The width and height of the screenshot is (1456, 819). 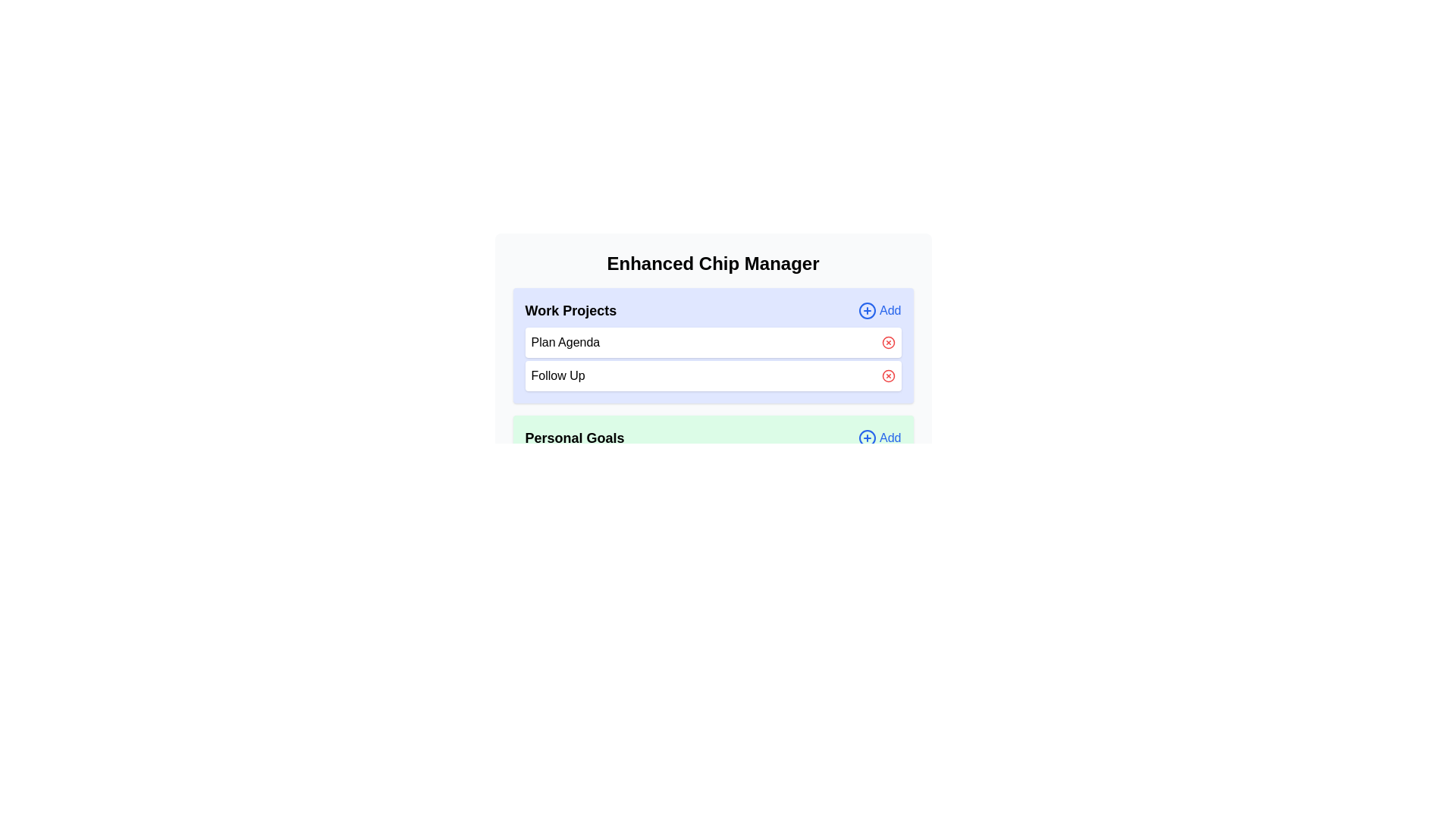 What do you see at coordinates (880, 309) in the screenshot?
I see `'Add' button for the category 'Work Projects' to add a new chip` at bounding box center [880, 309].